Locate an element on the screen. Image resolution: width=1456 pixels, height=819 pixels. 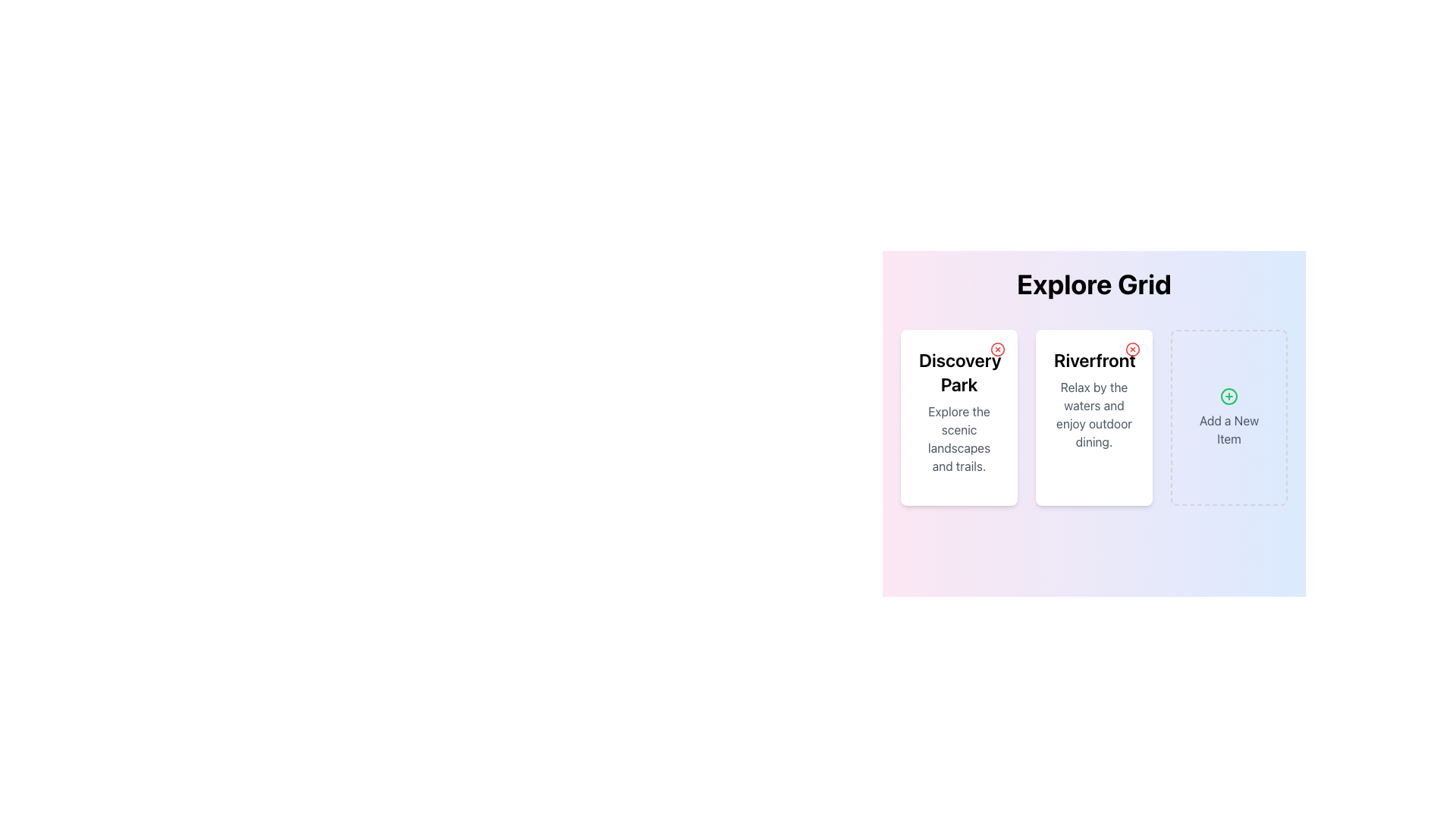
the 'Riverfront' card element which is the second column in the grid layout, featuring a bold title and descriptive text, enclosed in a white rounded rectangular card is located at coordinates (1094, 418).